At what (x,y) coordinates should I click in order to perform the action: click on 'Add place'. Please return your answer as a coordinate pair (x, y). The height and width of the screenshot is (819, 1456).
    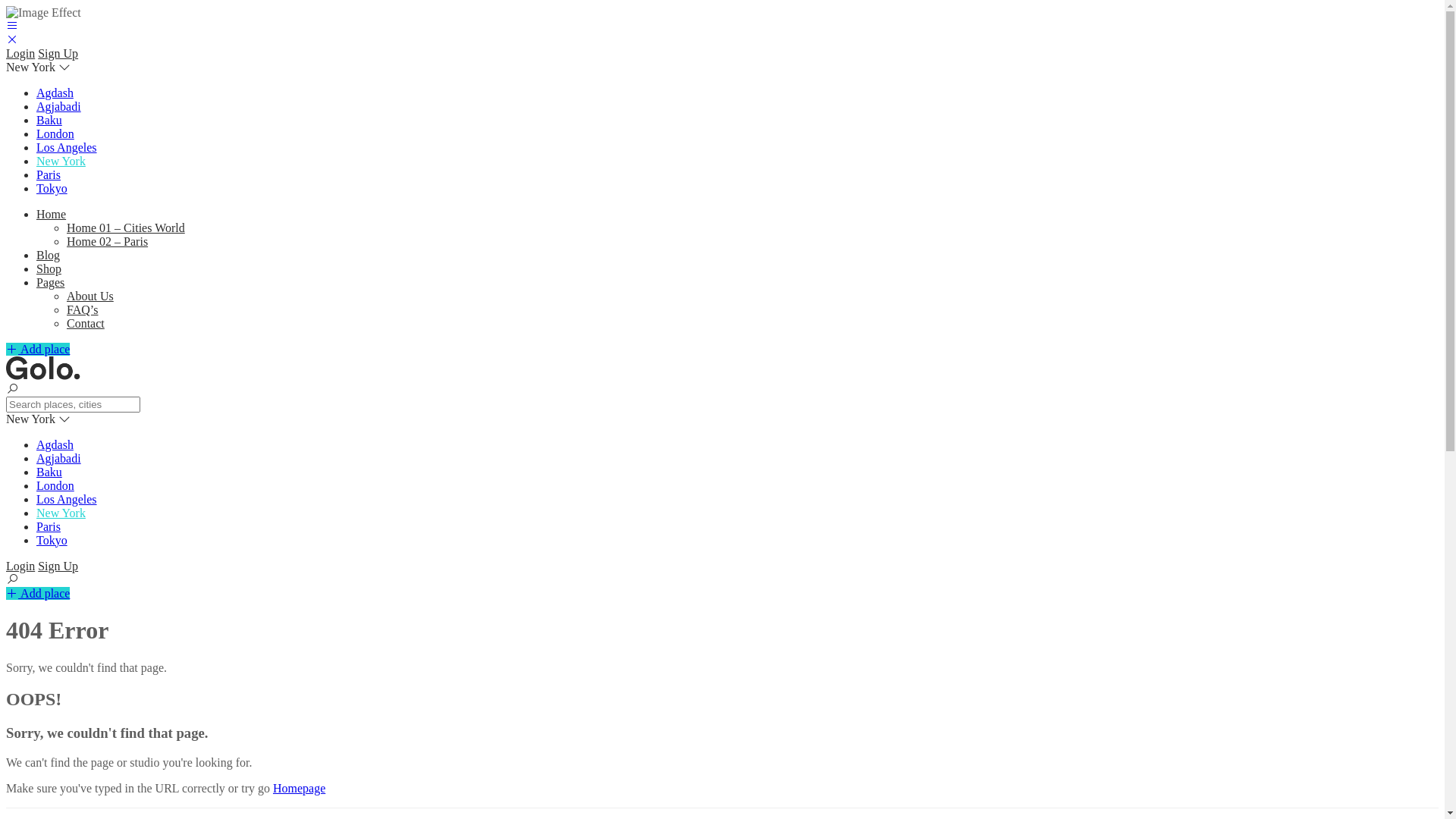
    Looking at the image, I should click on (37, 592).